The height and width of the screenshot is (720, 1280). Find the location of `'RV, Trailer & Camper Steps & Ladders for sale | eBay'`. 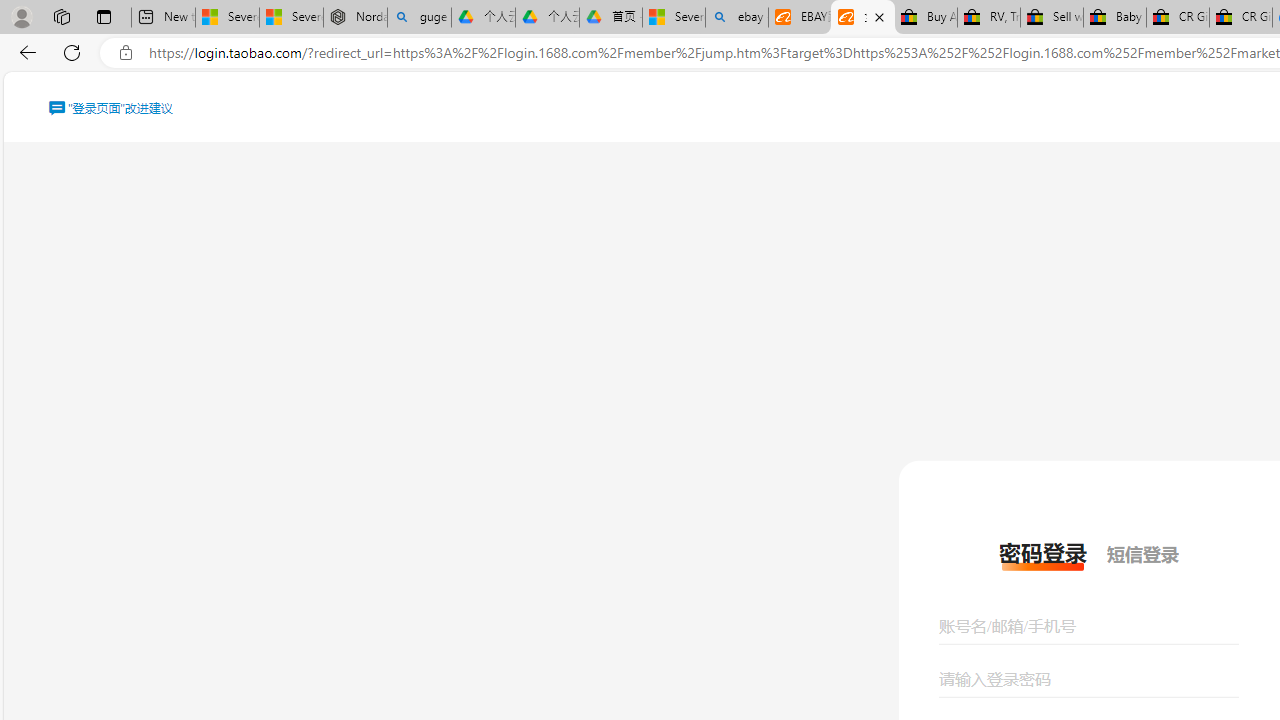

'RV, Trailer & Camper Steps & Ladders for sale | eBay' is located at coordinates (988, 17).